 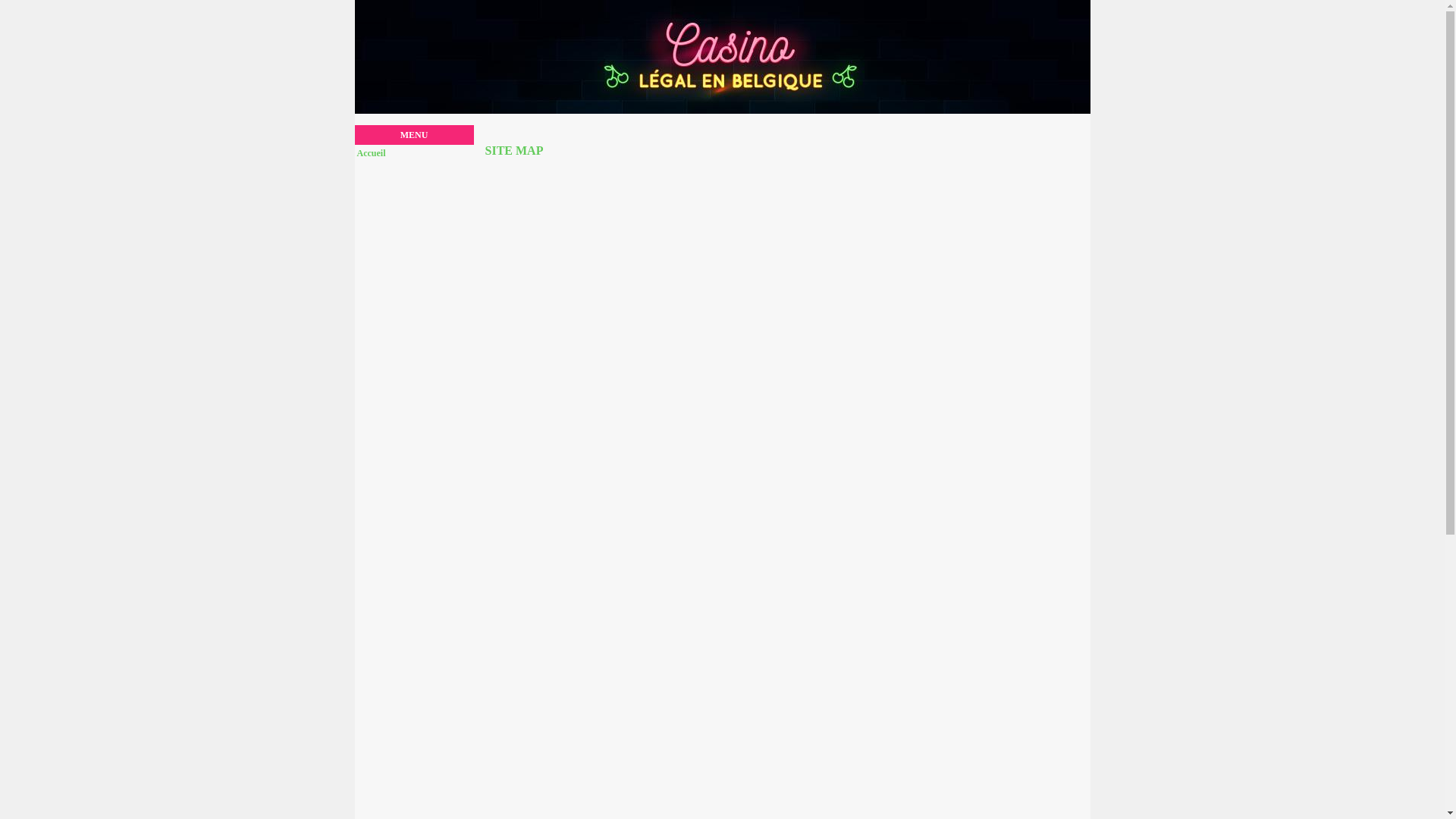 What do you see at coordinates (356, 152) in the screenshot?
I see `'Accueil'` at bounding box center [356, 152].